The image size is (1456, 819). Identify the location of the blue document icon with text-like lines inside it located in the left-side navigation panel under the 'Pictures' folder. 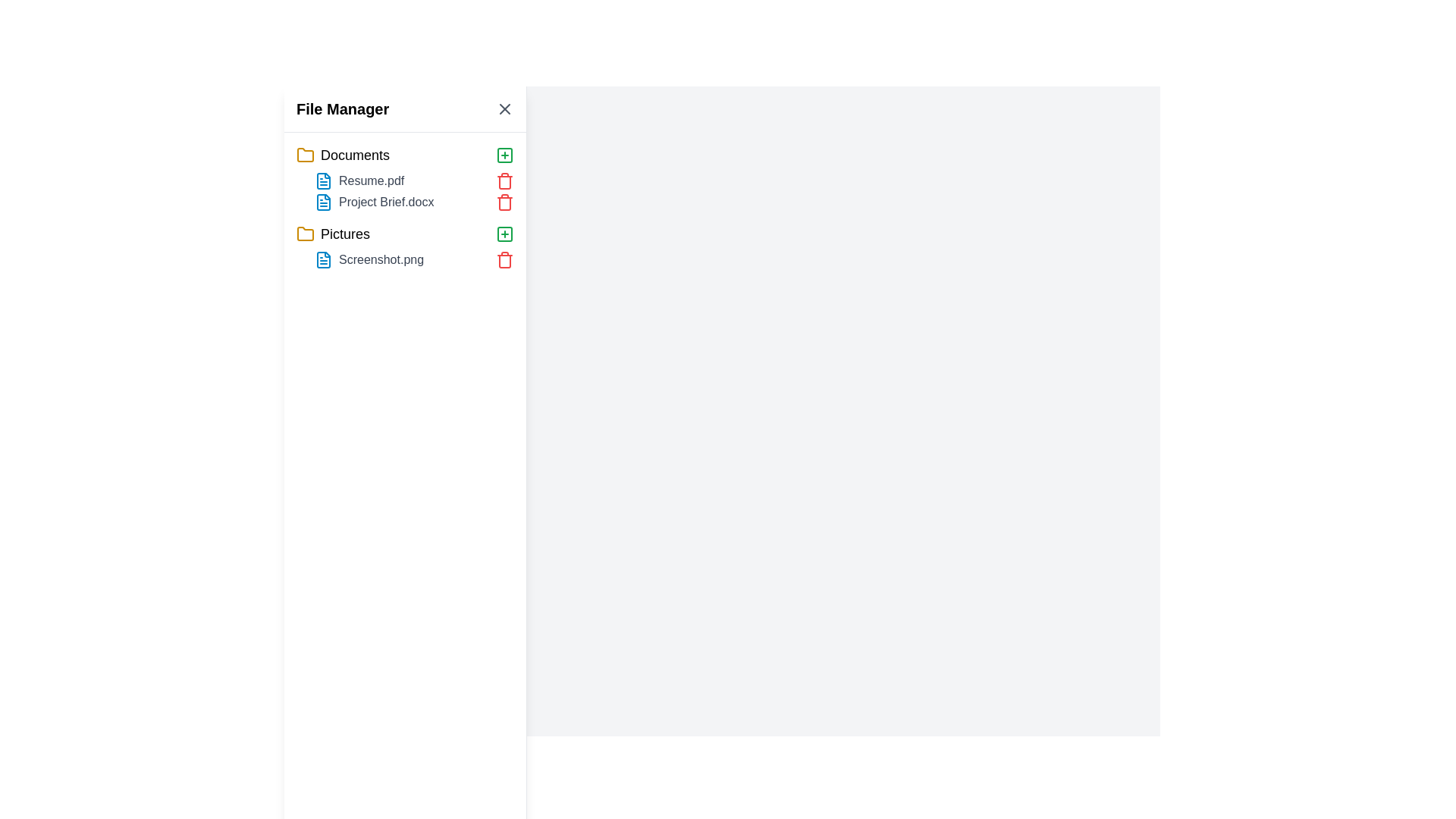
(323, 259).